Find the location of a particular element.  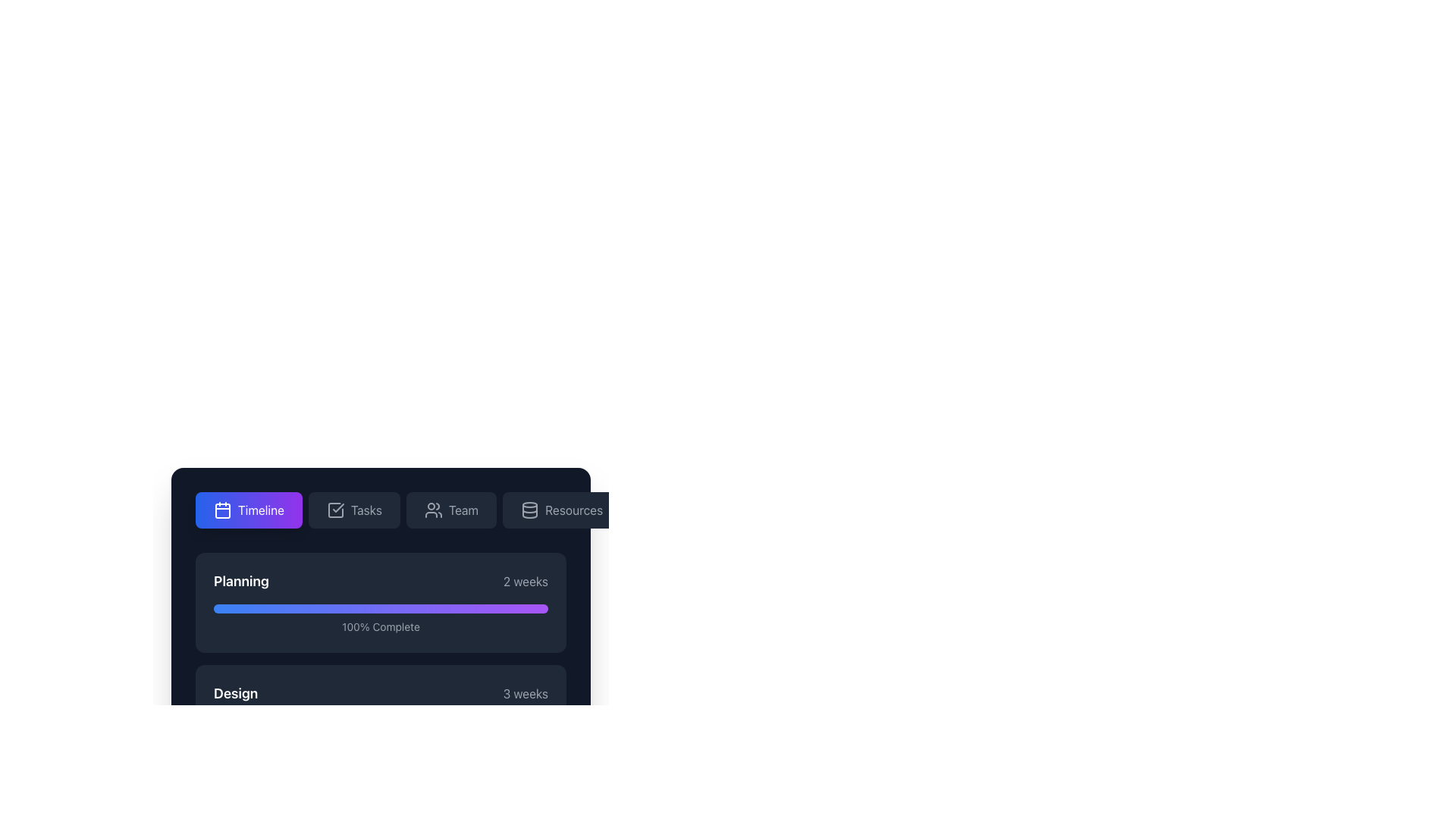

the progress information of the first card-like component in the list, which displays 'Planning' and '2 weeks' with a progress bar indicating '100% Complete' is located at coordinates (381, 601).